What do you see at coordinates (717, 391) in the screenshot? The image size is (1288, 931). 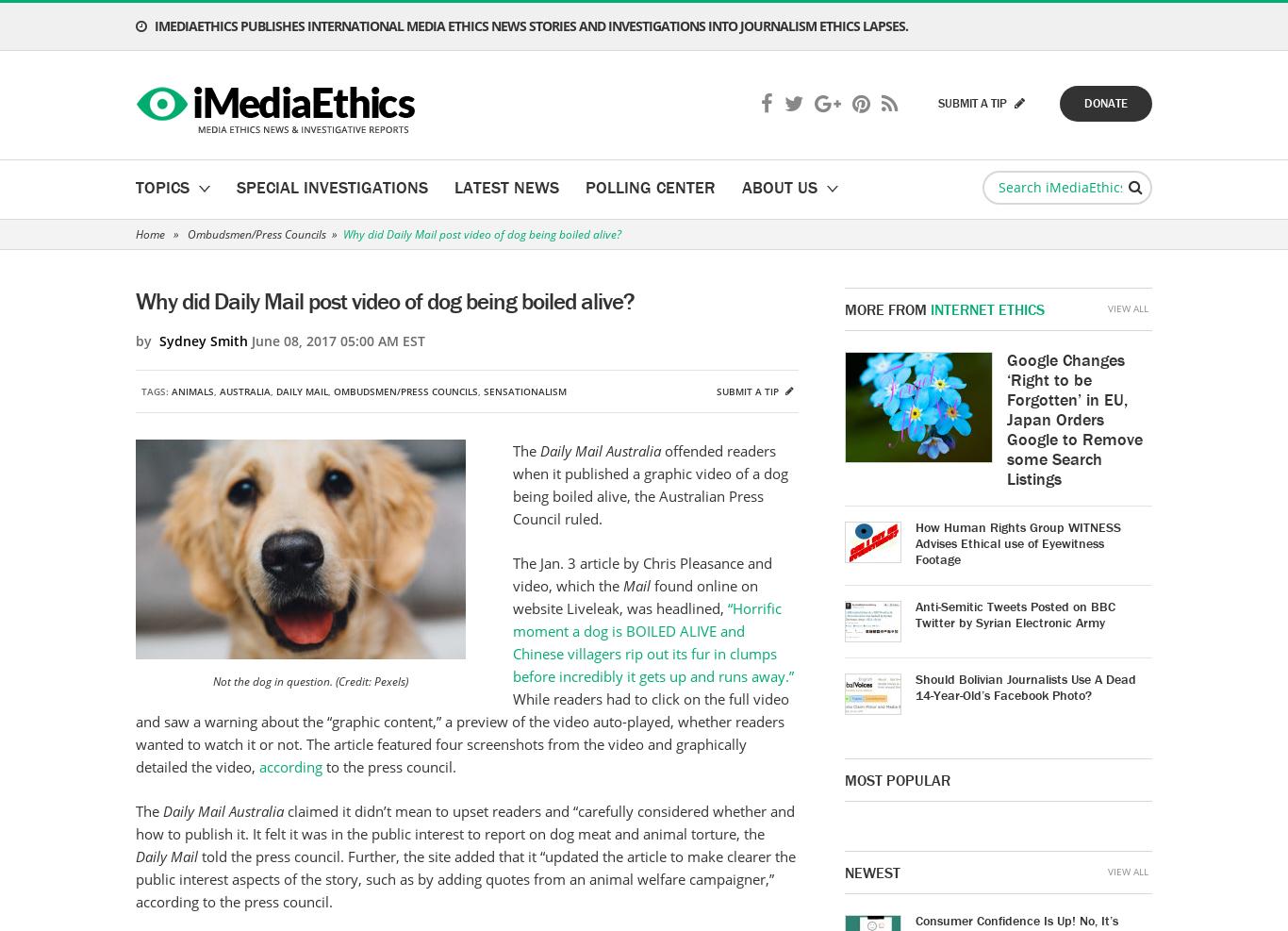 I see `'Submit a tip'` at bounding box center [717, 391].